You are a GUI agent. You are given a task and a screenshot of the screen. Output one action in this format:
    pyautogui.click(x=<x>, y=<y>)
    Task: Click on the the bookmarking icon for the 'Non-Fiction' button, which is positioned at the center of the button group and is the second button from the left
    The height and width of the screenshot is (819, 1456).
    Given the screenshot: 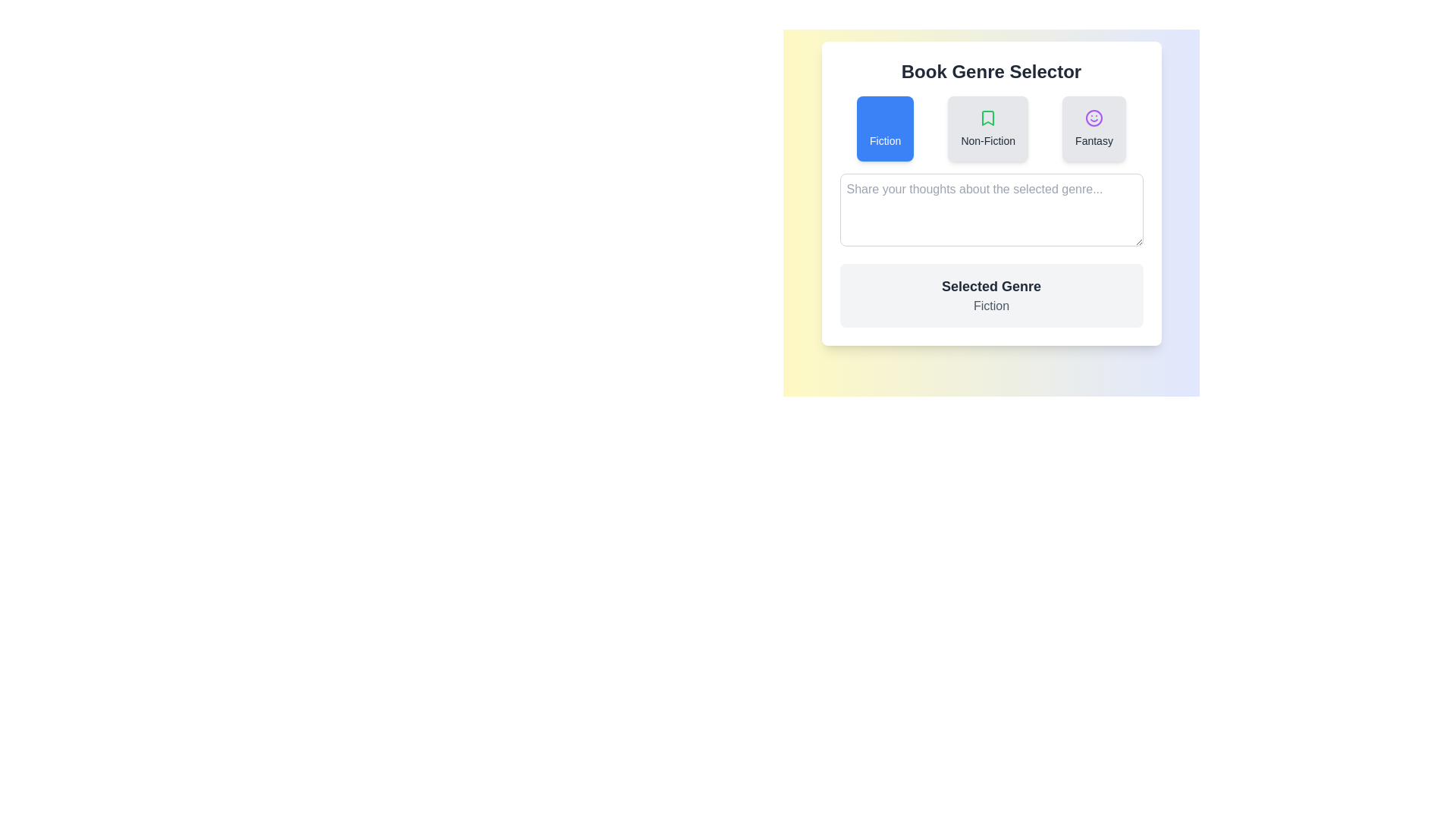 What is the action you would take?
    pyautogui.click(x=988, y=117)
    